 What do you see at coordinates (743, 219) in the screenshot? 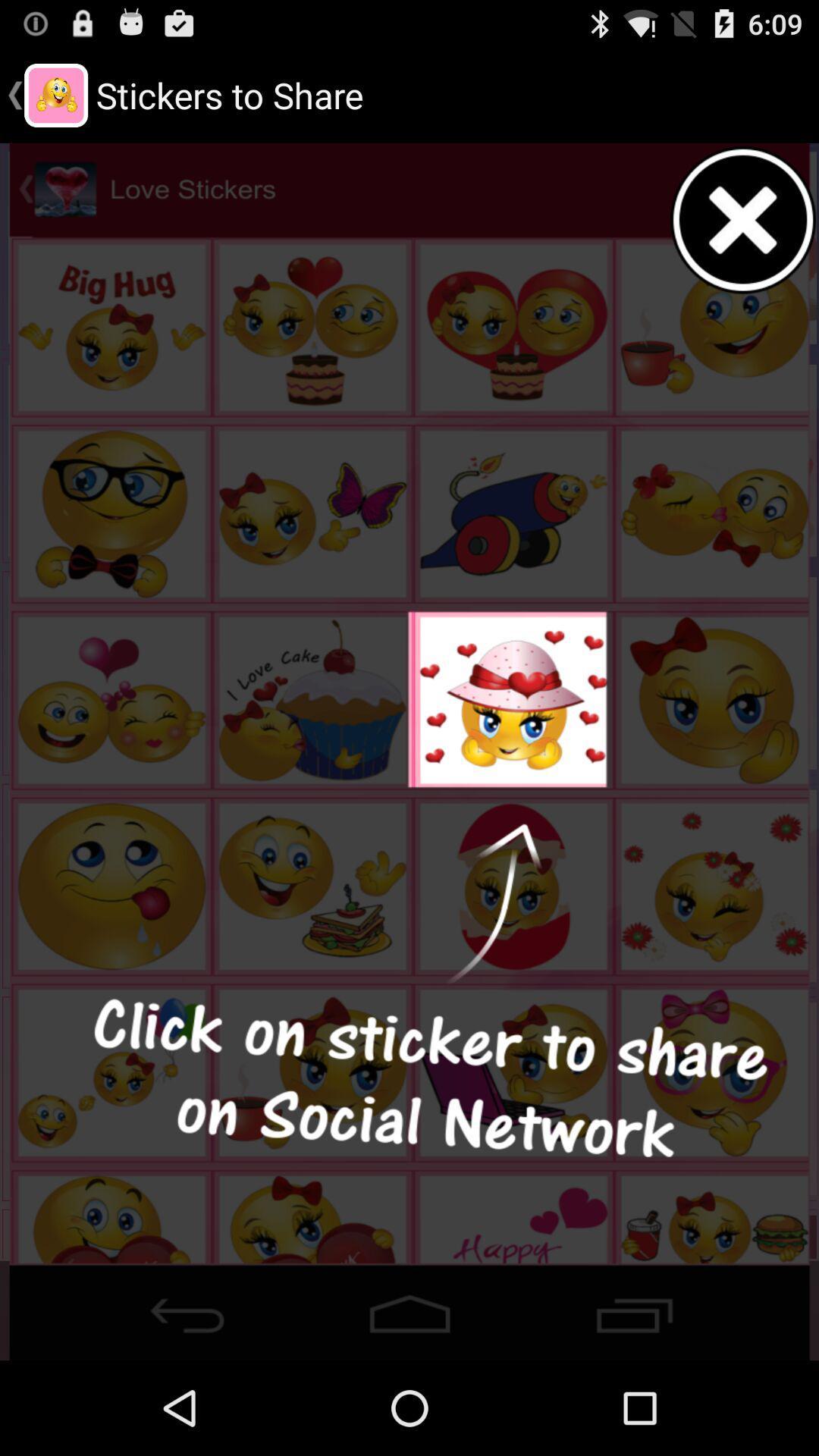
I see `page` at bounding box center [743, 219].